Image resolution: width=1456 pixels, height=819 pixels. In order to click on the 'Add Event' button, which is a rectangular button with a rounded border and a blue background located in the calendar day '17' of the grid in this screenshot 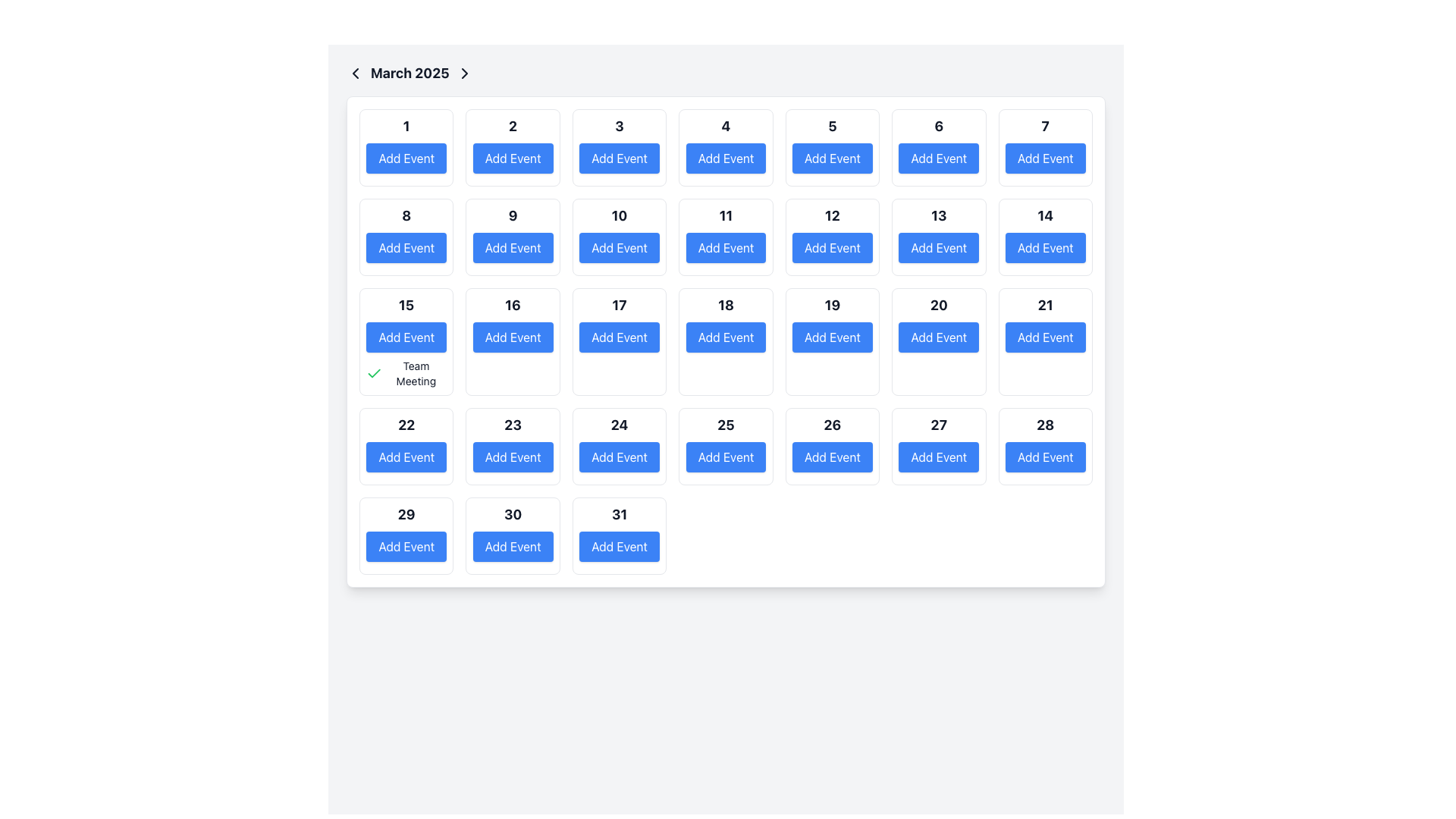, I will do `click(620, 336)`.